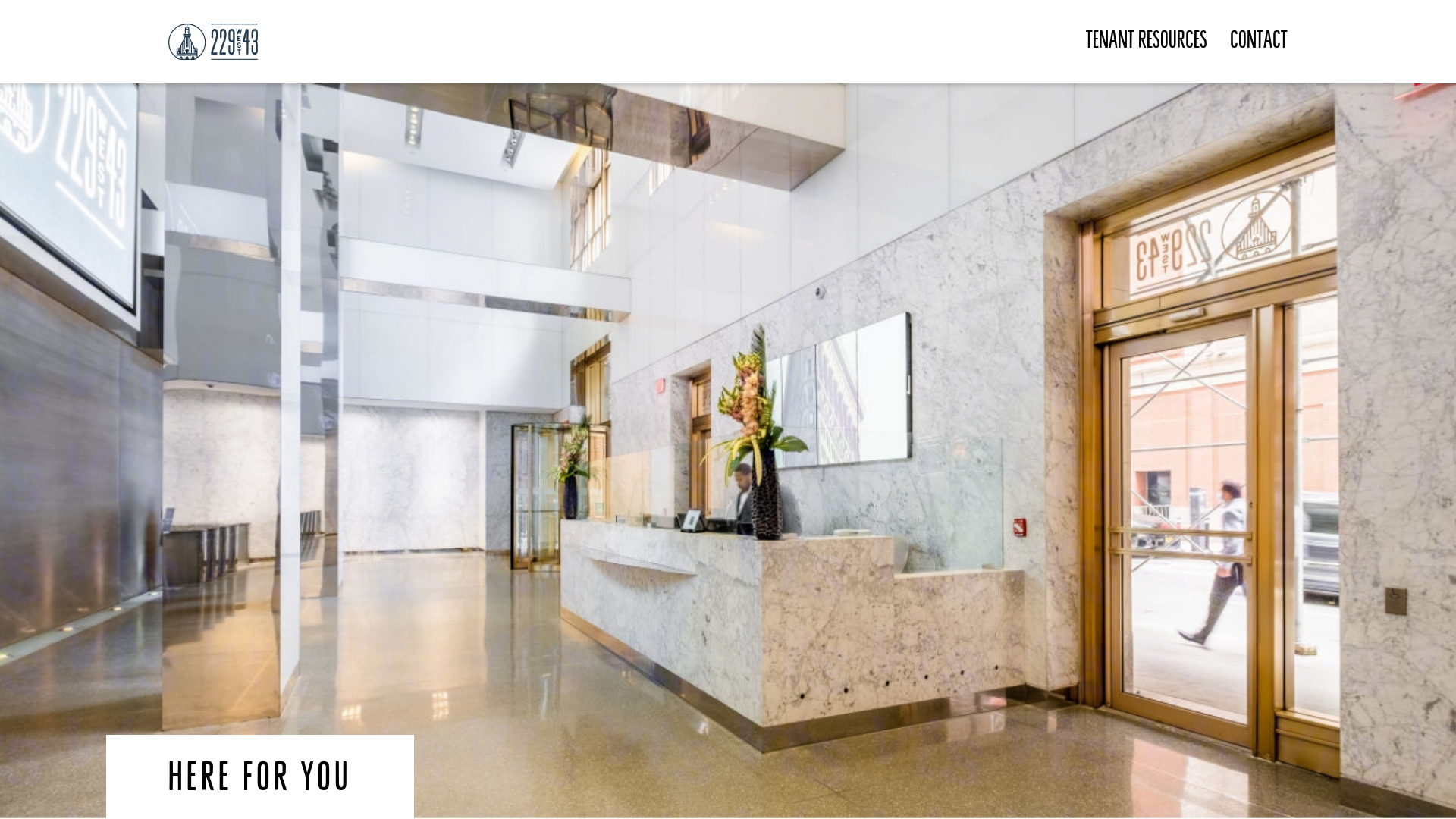 The image size is (1456, 819). I want to click on 'TENANT RESOURCES', so click(1147, 41).